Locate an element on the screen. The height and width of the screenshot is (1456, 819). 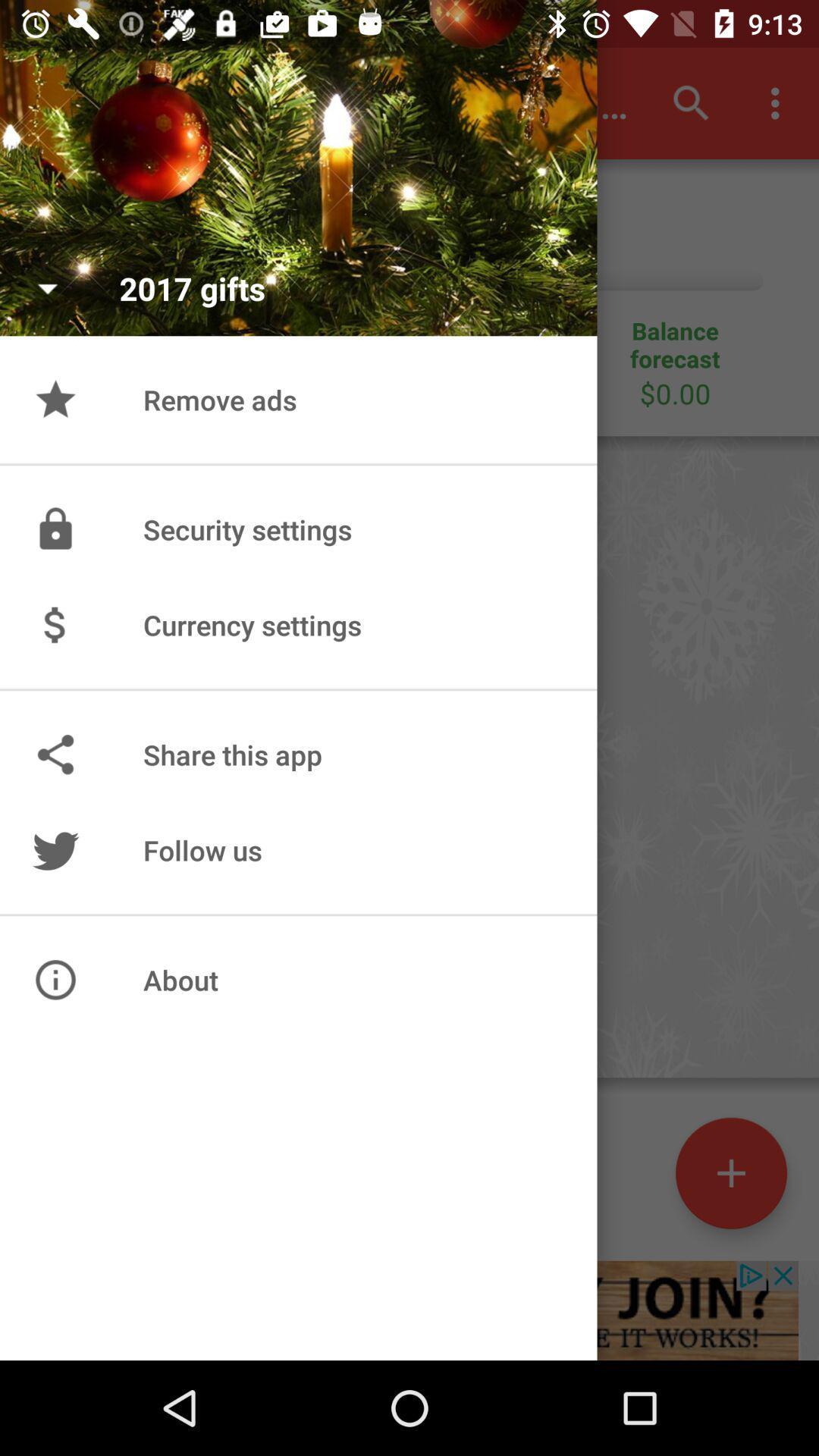
the add icon is located at coordinates (730, 1172).